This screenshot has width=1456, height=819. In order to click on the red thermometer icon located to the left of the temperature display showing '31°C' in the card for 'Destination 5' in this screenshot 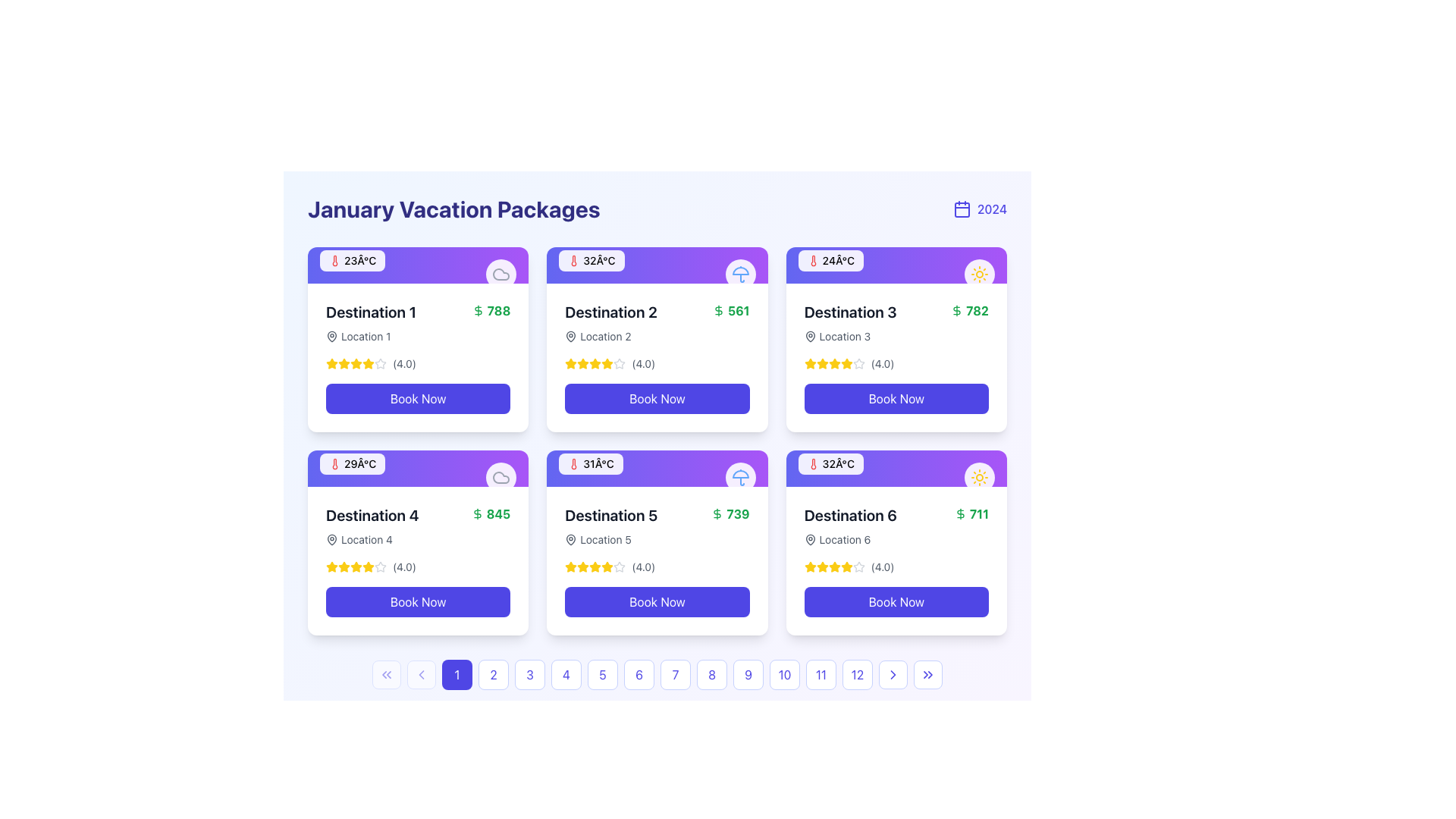, I will do `click(573, 463)`.